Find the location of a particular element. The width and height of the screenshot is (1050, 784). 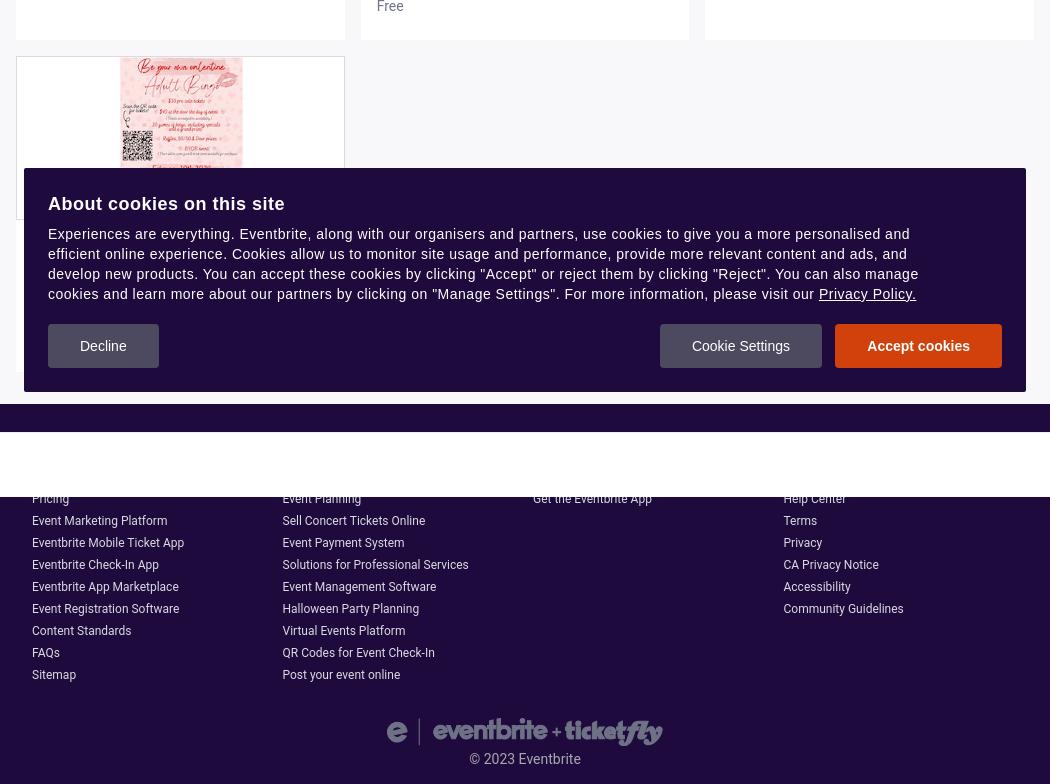

'Event Payment System' is located at coordinates (342, 542).